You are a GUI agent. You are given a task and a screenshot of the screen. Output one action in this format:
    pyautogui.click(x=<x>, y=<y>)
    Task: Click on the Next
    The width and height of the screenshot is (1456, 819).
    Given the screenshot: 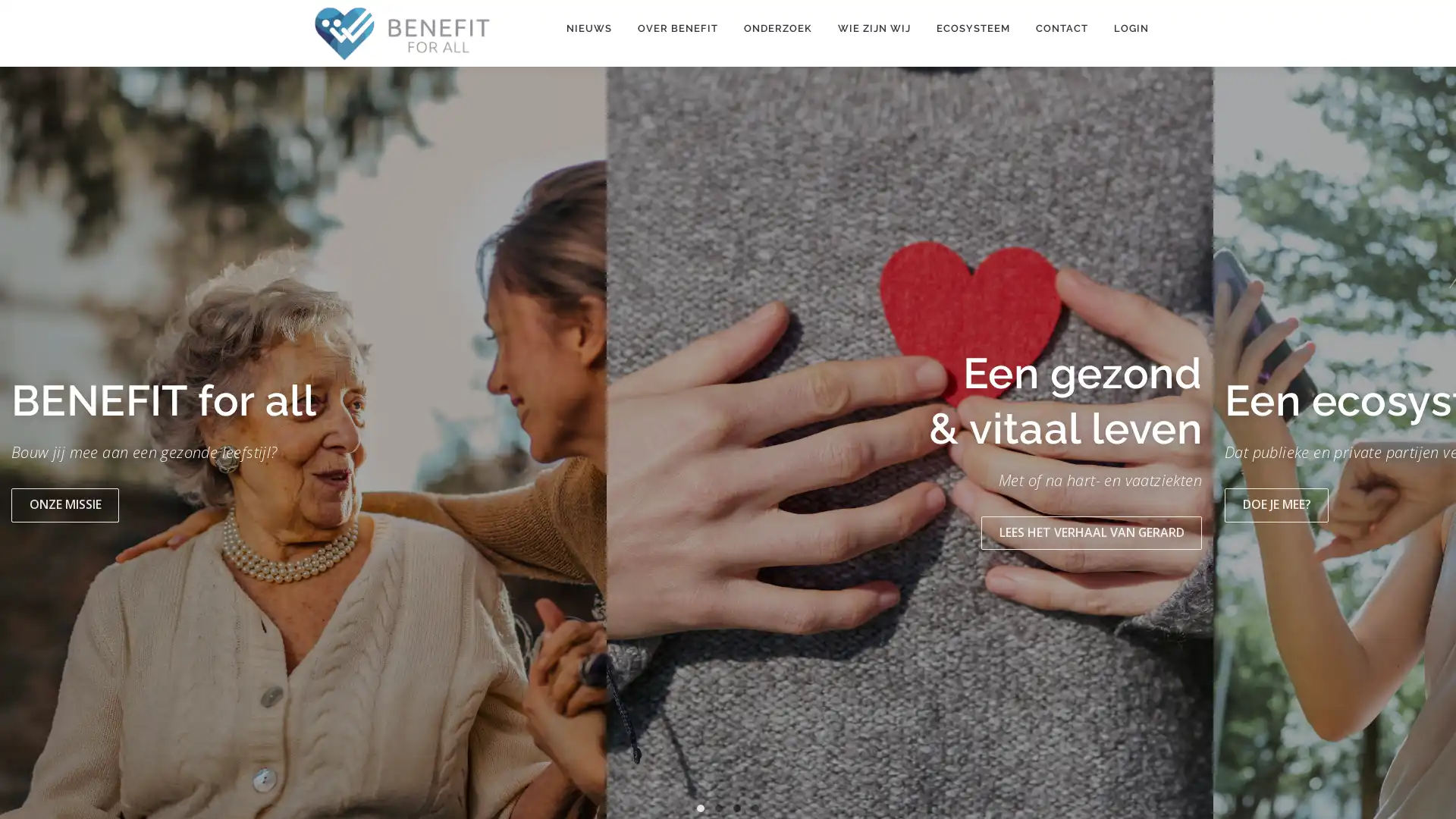 What is the action you would take?
    pyautogui.click(x=1426, y=447)
    